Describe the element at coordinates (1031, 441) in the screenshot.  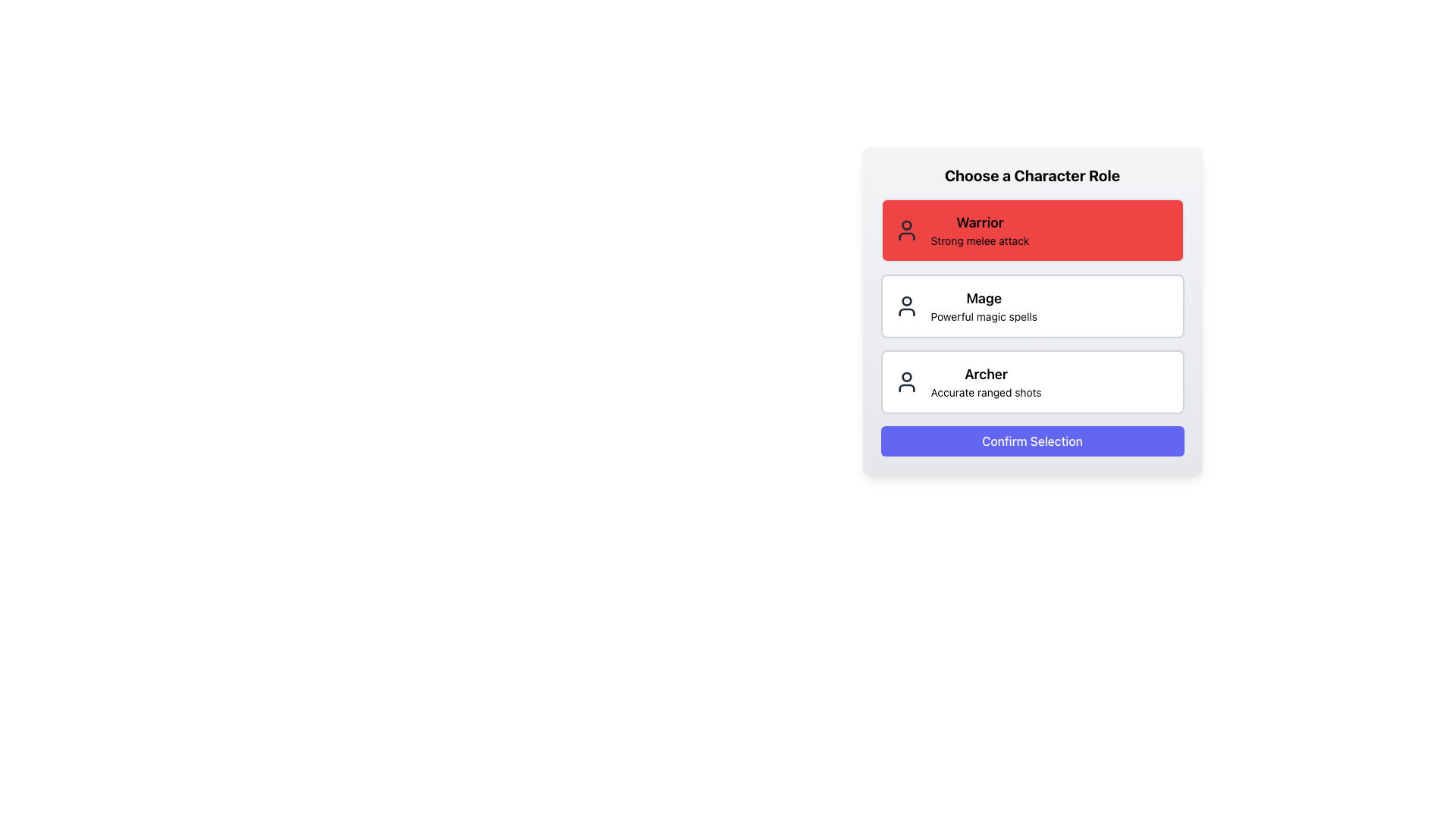
I see `the confirmation button located at the bottom of the interactive sections labeled 'Warrior', 'Mage', and 'Archer' to observe the hover effect` at that location.